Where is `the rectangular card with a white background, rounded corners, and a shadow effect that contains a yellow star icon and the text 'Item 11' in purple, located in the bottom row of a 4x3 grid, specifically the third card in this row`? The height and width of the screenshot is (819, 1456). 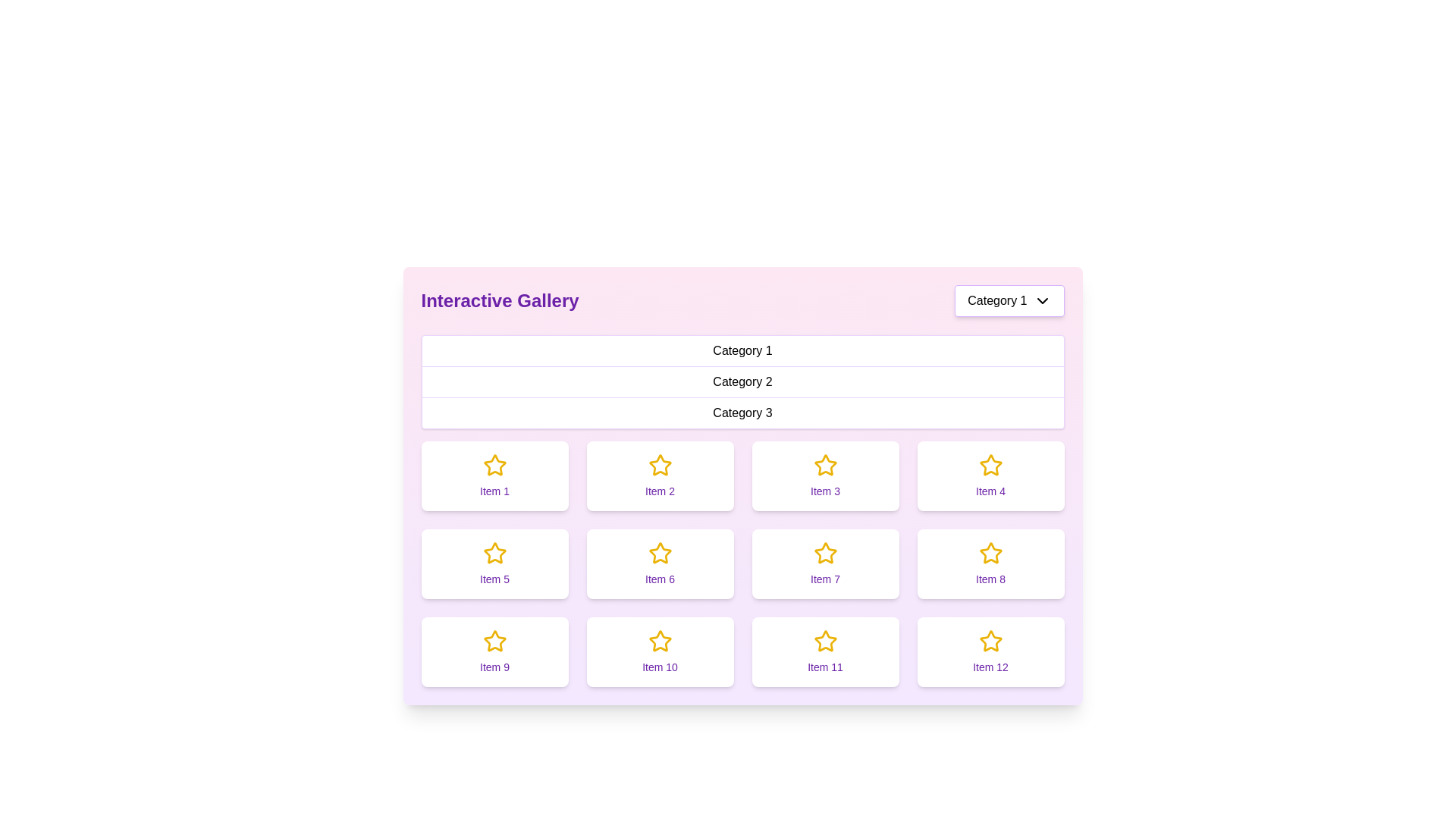
the rectangular card with a white background, rounded corners, and a shadow effect that contains a yellow star icon and the text 'Item 11' in purple, located in the bottom row of a 4x3 grid, specifically the third card in this row is located at coordinates (824, 651).